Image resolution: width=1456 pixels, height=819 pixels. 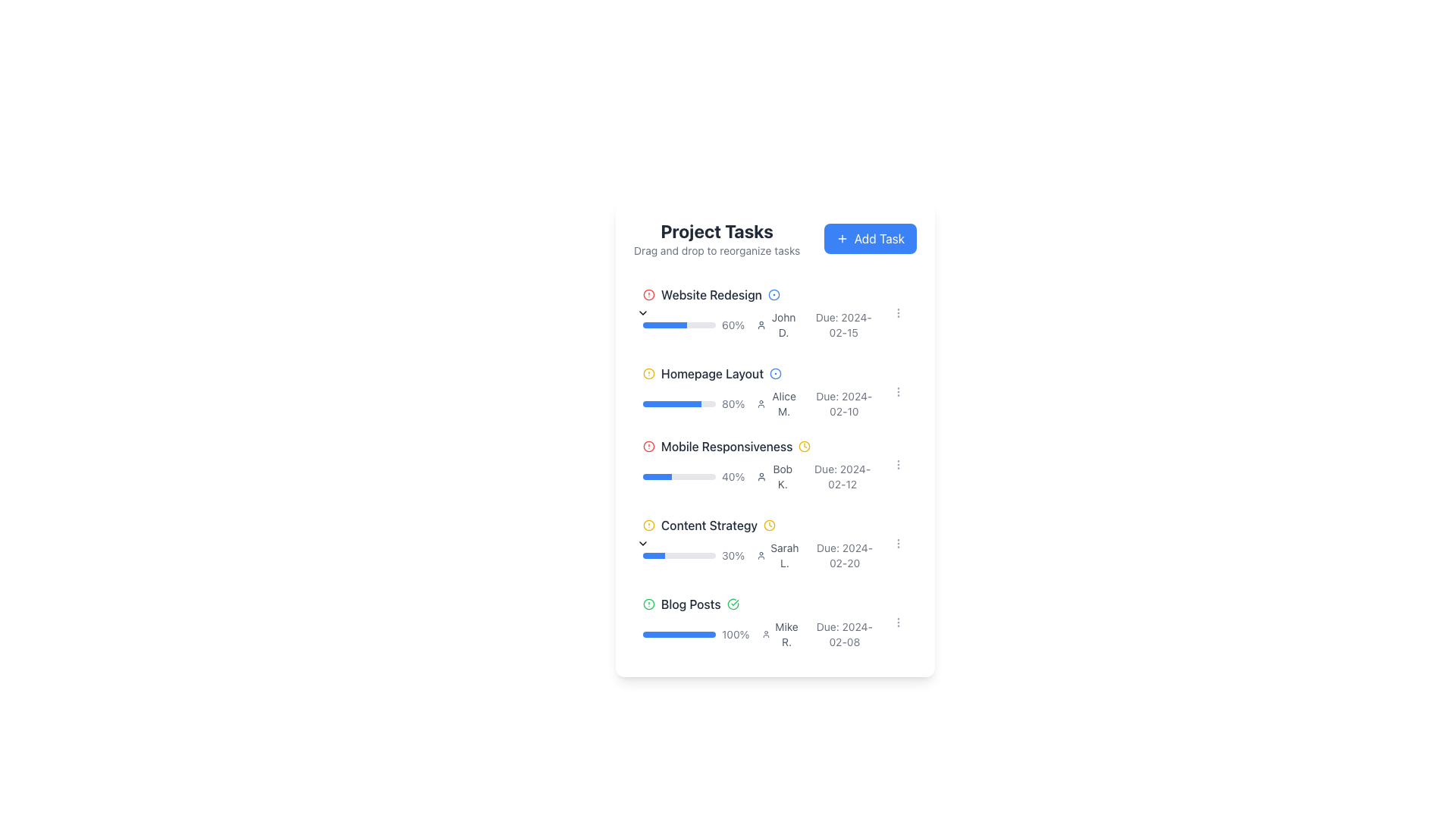 I want to click on the Chevron icon located in the first task entry titled 'Website Redesign', so click(x=643, y=312).